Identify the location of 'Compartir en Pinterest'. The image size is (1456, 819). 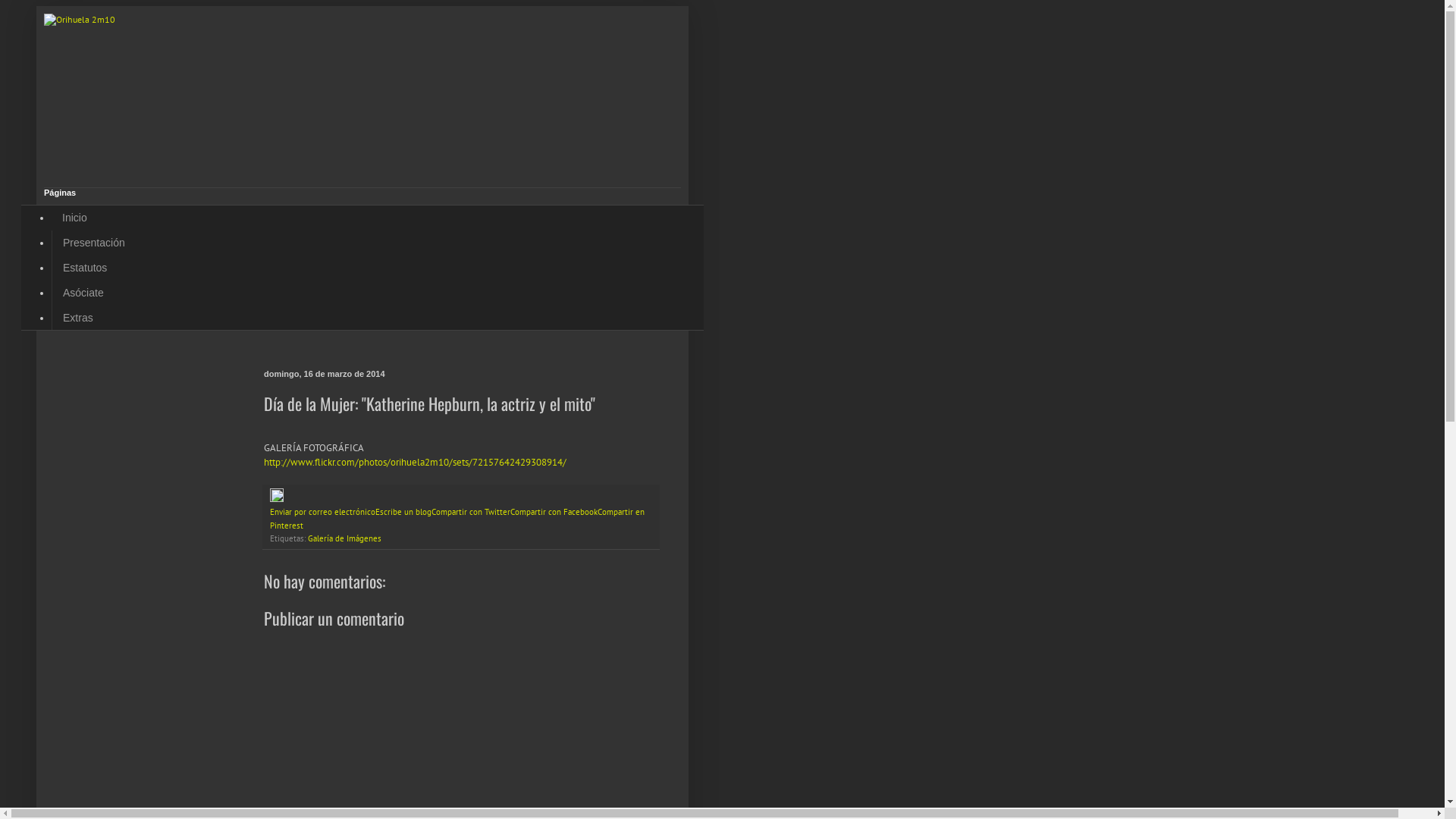
(457, 517).